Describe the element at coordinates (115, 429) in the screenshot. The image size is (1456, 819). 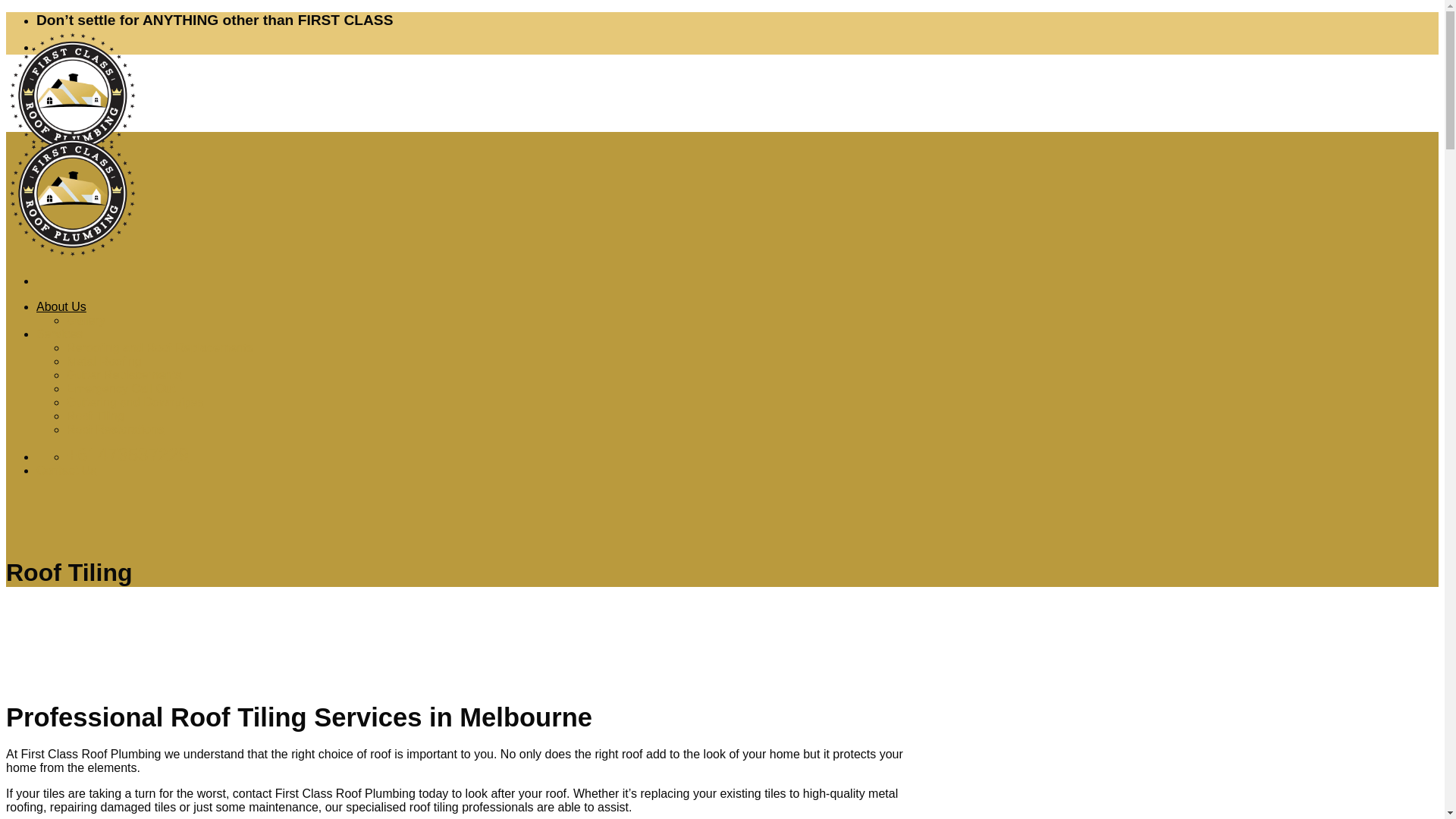
I see `'Roof Restorations'` at that location.